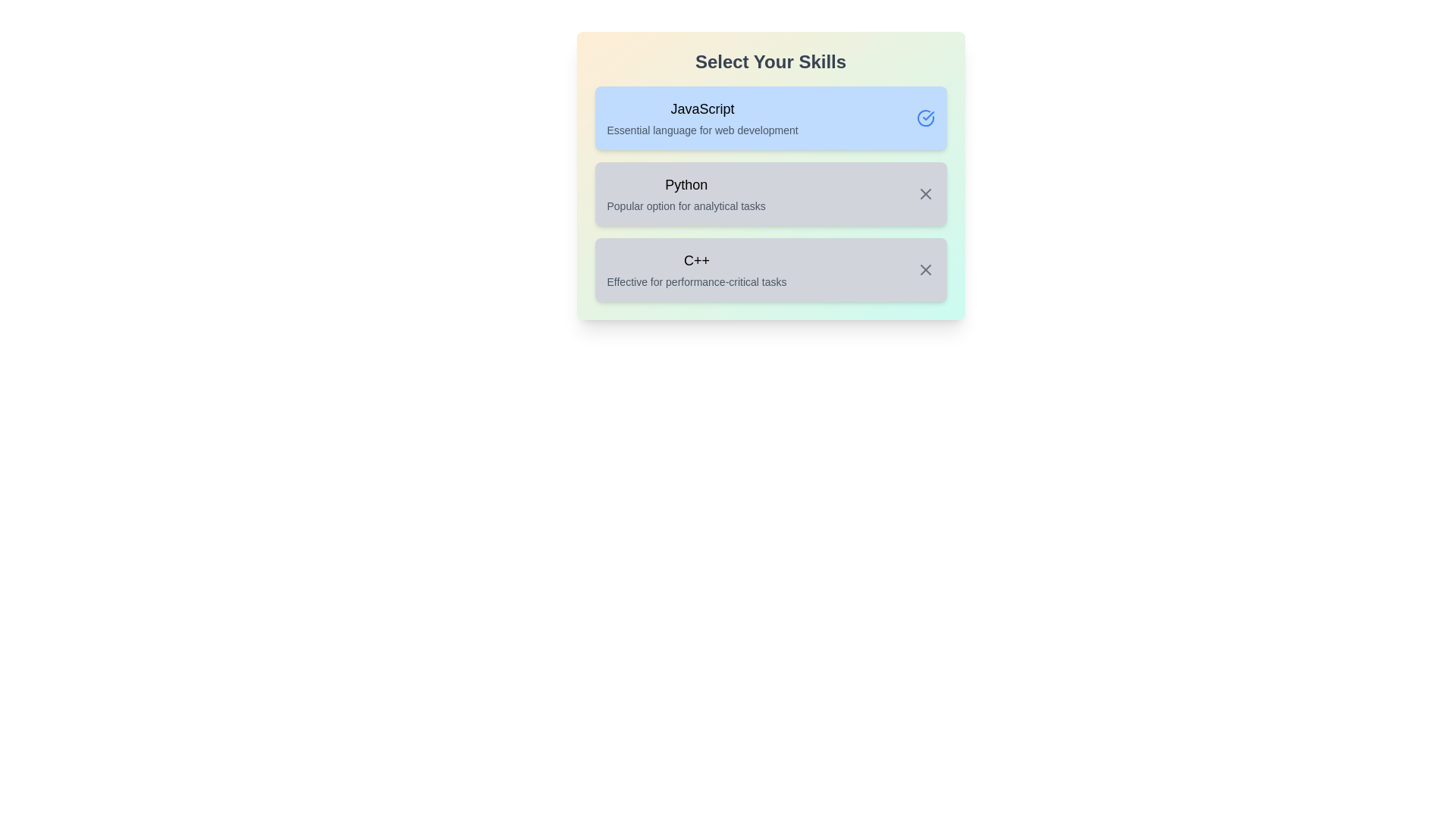  What do you see at coordinates (770, 117) in the screenshot?
I see `the skill JavaScript by clicking on its container` at bounding box center [770, 117].